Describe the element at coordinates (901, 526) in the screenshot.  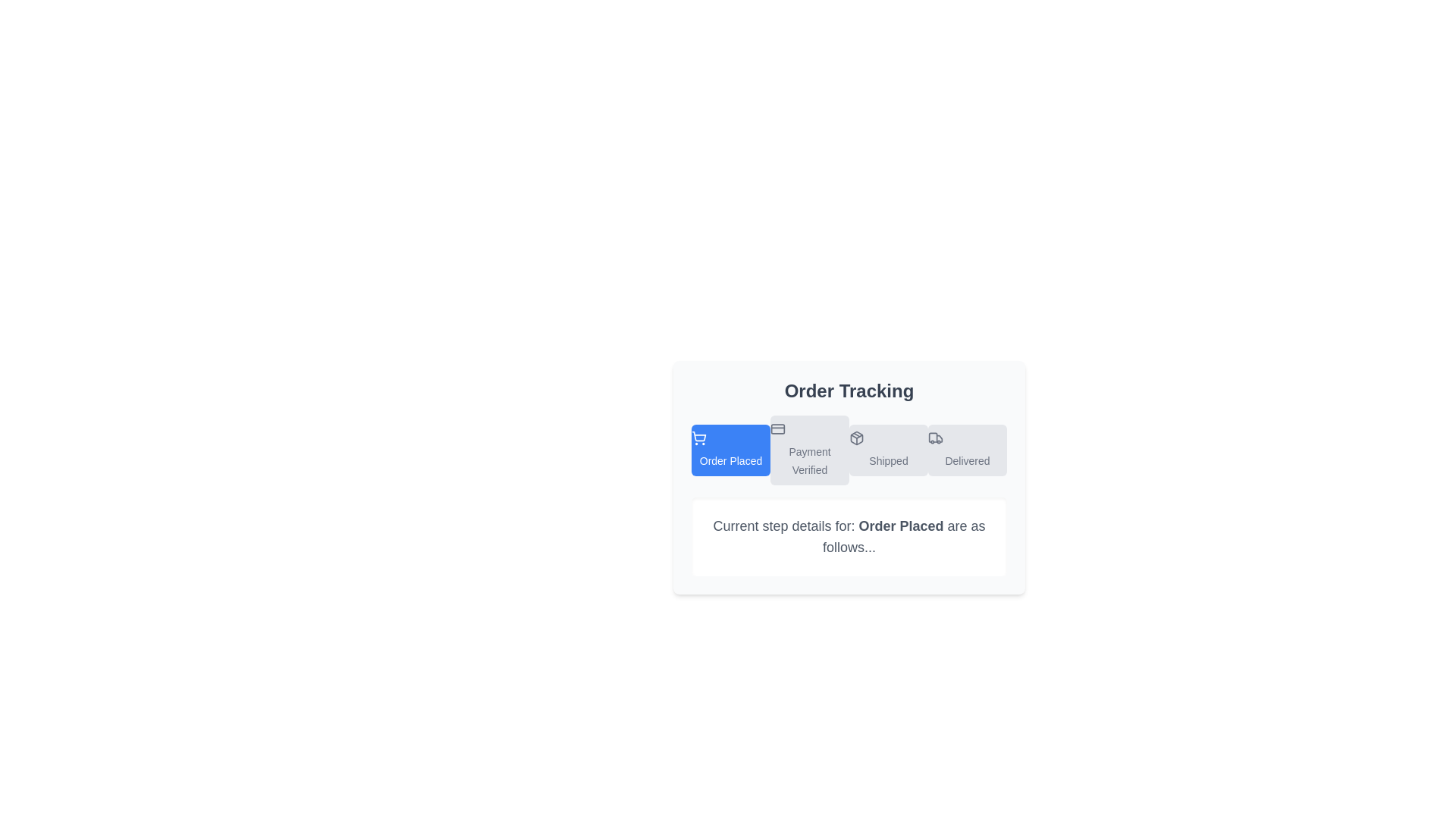
I see `text label indicating the current order status, specifically for the step 'Order Placed', located within the bottom section of the order-tracking widget card` at that location.